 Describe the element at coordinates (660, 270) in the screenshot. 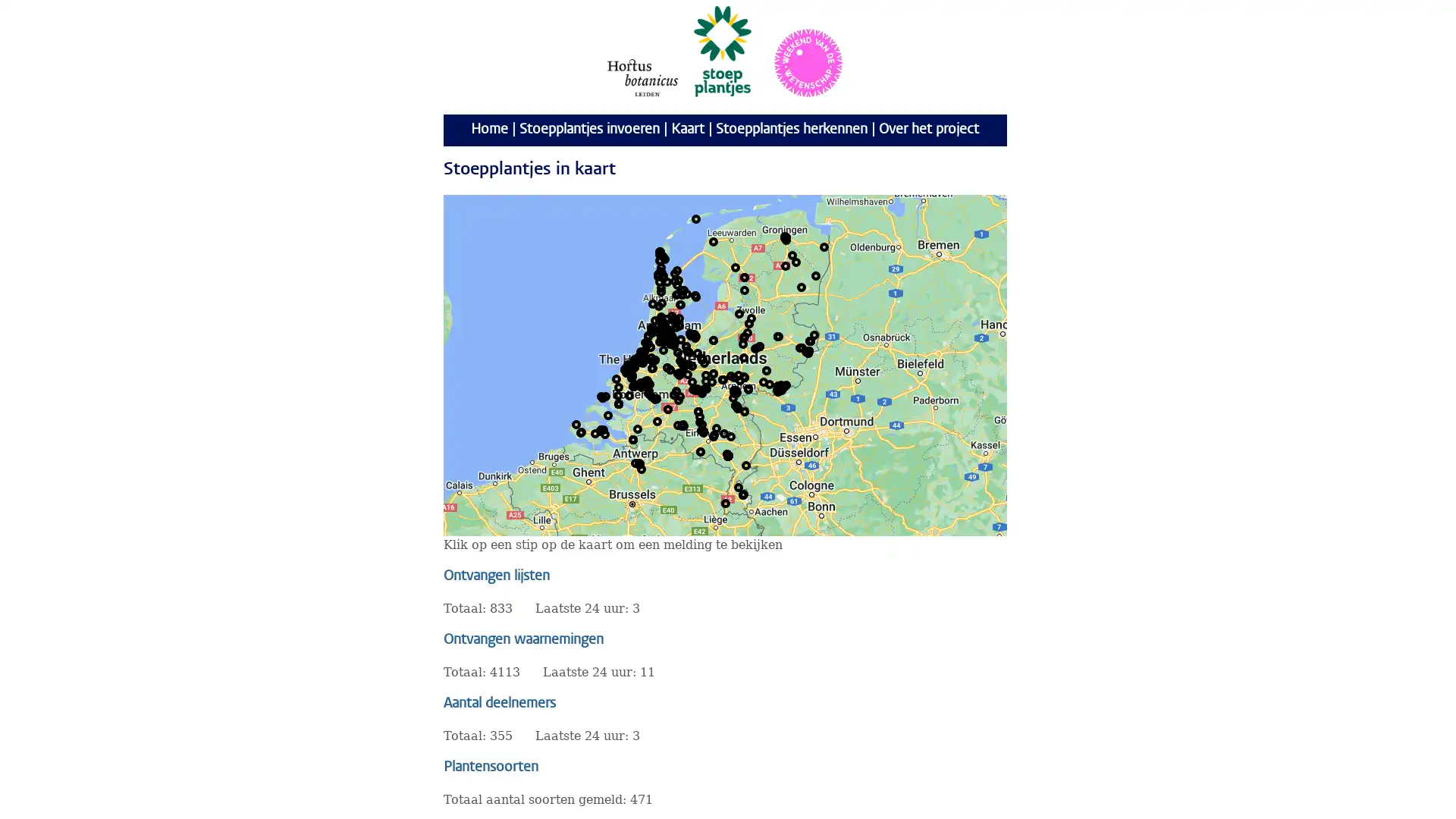

I see `Telling van op 26 juni 2022` at that location.